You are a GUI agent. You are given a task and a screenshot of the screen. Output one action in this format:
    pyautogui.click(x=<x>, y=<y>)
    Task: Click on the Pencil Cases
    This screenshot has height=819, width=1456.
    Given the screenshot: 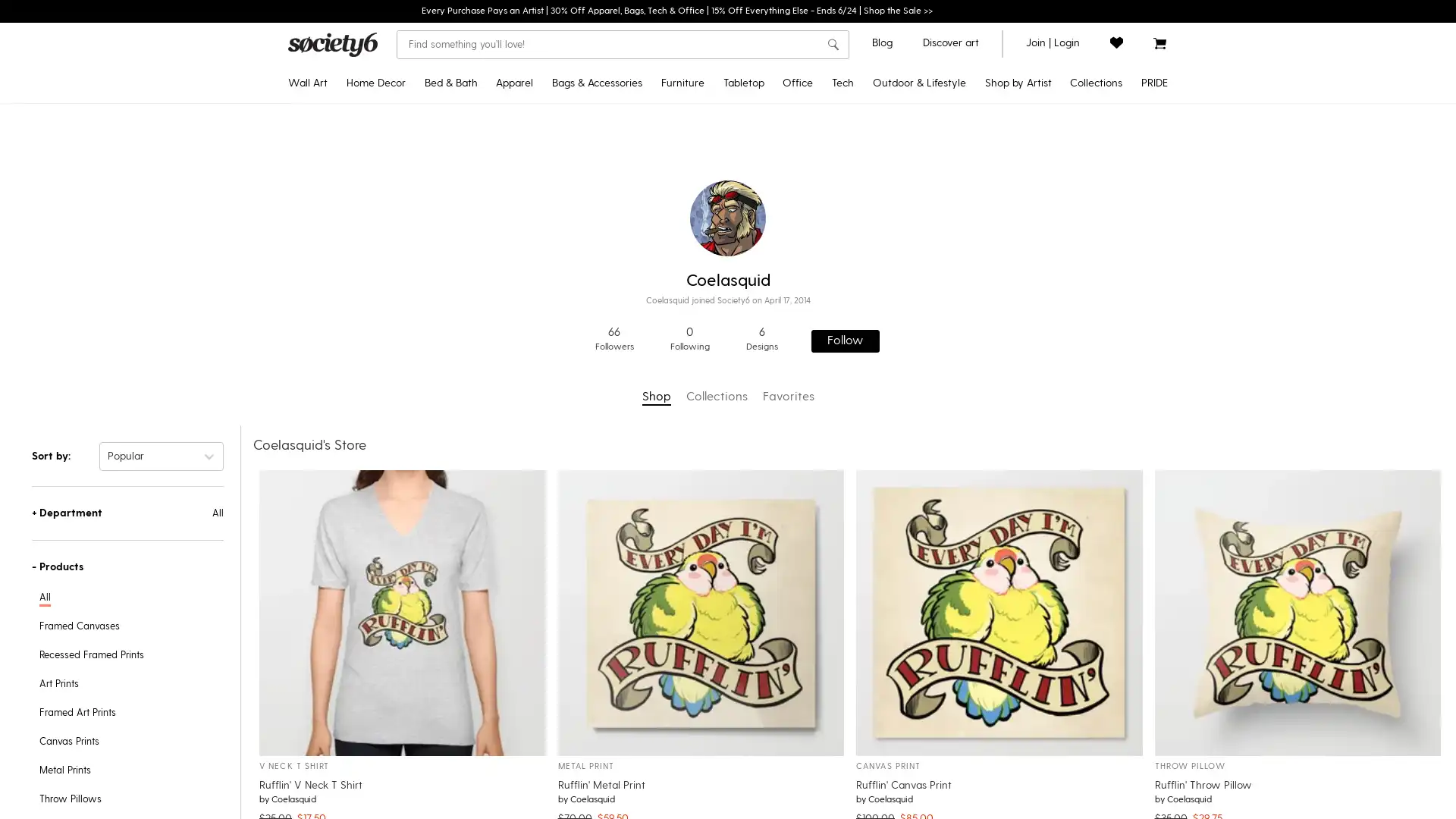 What is the action you would take?
    pyautogui.click(x=835, y=268)
    